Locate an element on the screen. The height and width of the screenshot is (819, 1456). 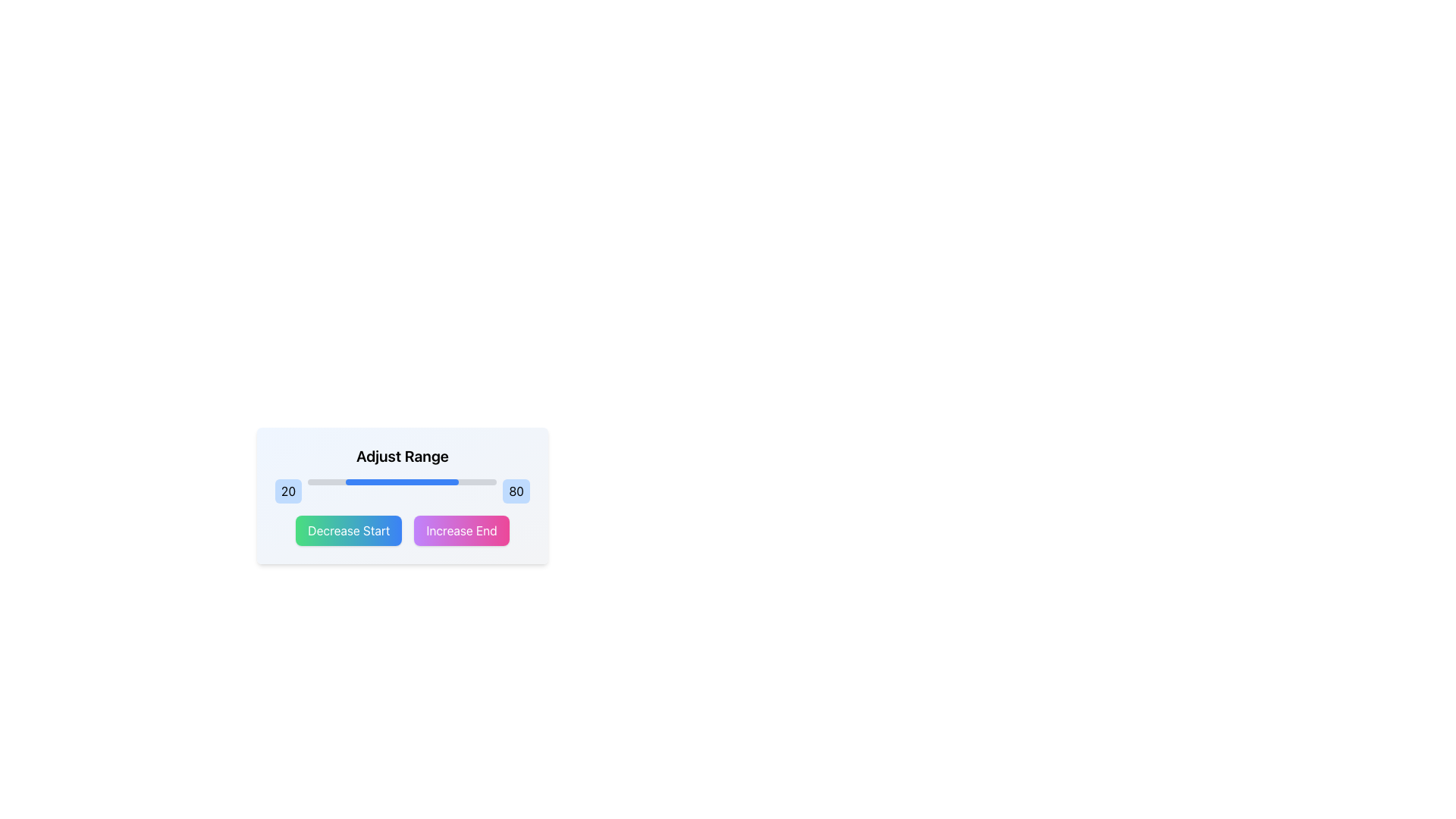
the button that decrements a value, positioned to the left of the 'Increase End' button in the lower part of the interface is located at coordinates (348, 529).